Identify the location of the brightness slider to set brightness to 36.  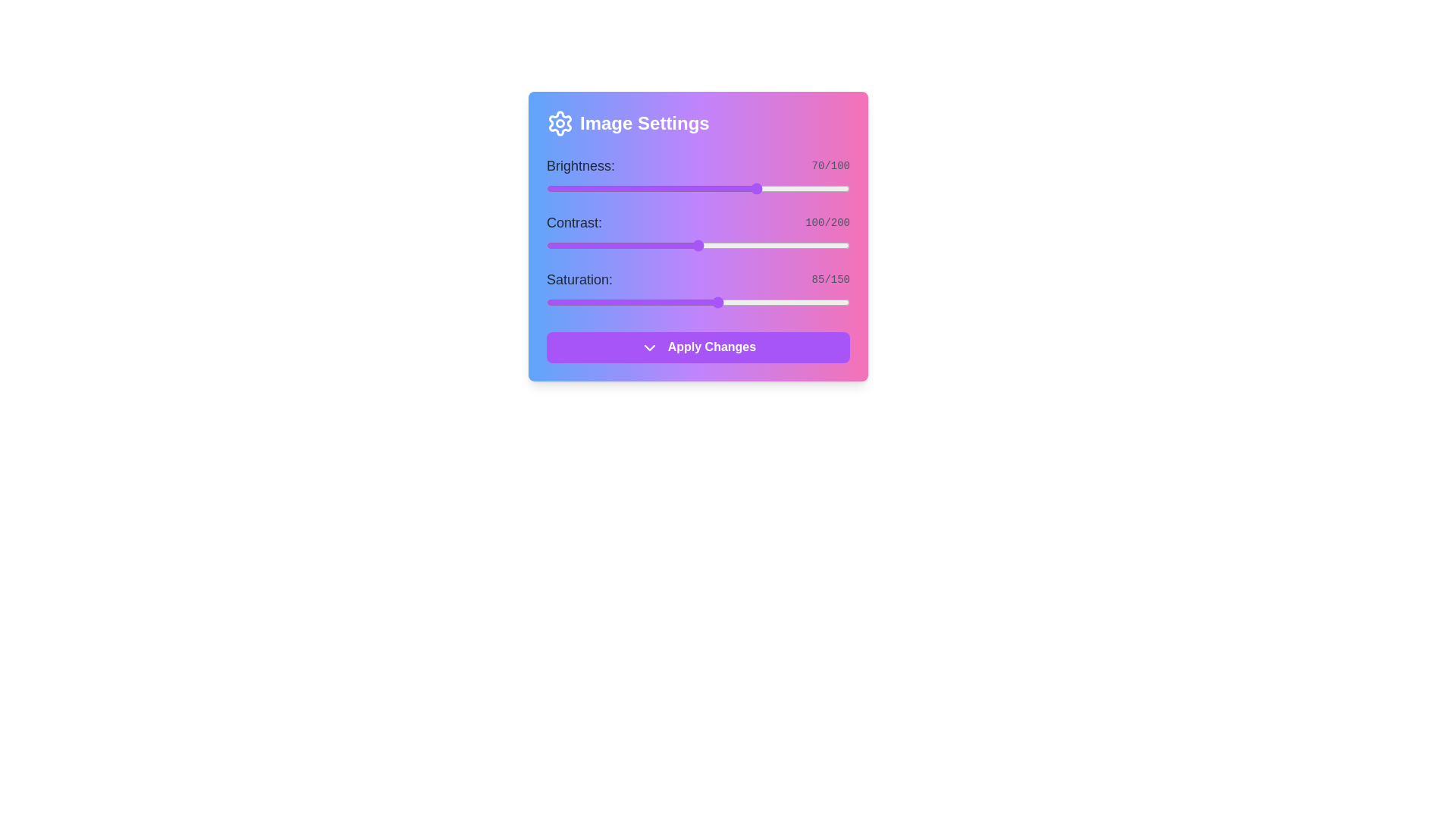
(655, 188).